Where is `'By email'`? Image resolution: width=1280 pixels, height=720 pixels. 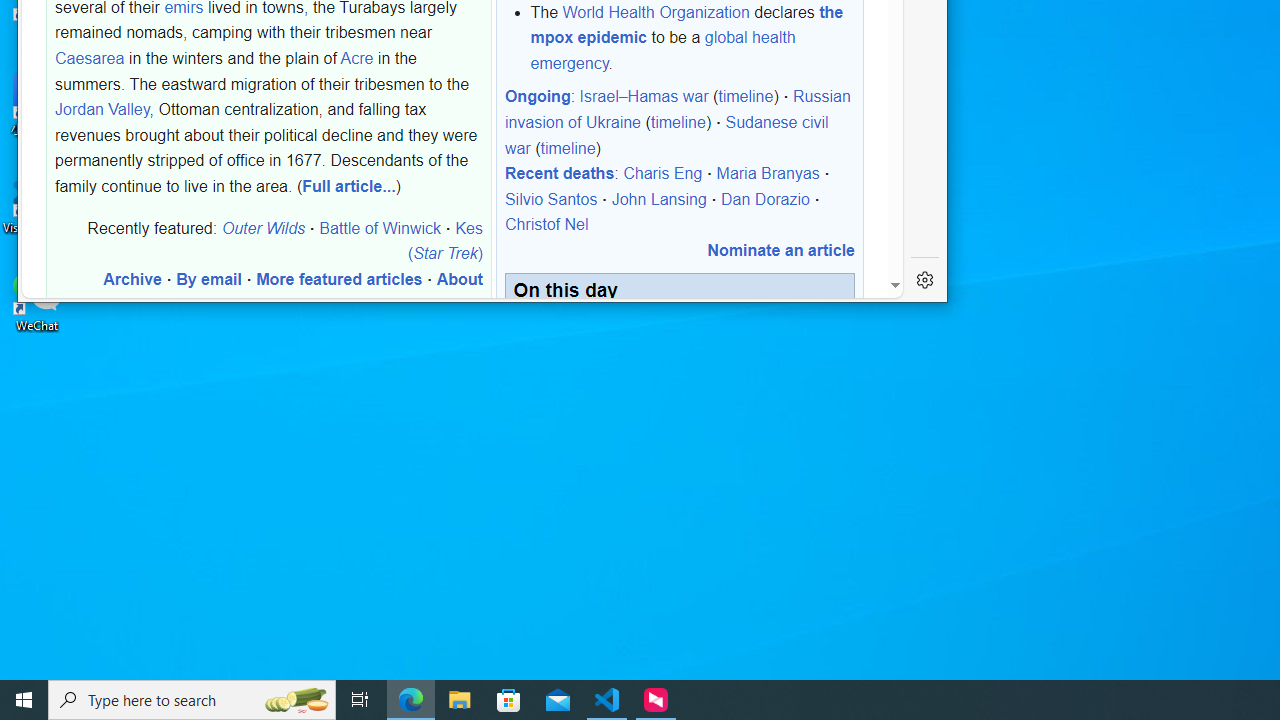 'By email' is located at coordinates (209, 279).